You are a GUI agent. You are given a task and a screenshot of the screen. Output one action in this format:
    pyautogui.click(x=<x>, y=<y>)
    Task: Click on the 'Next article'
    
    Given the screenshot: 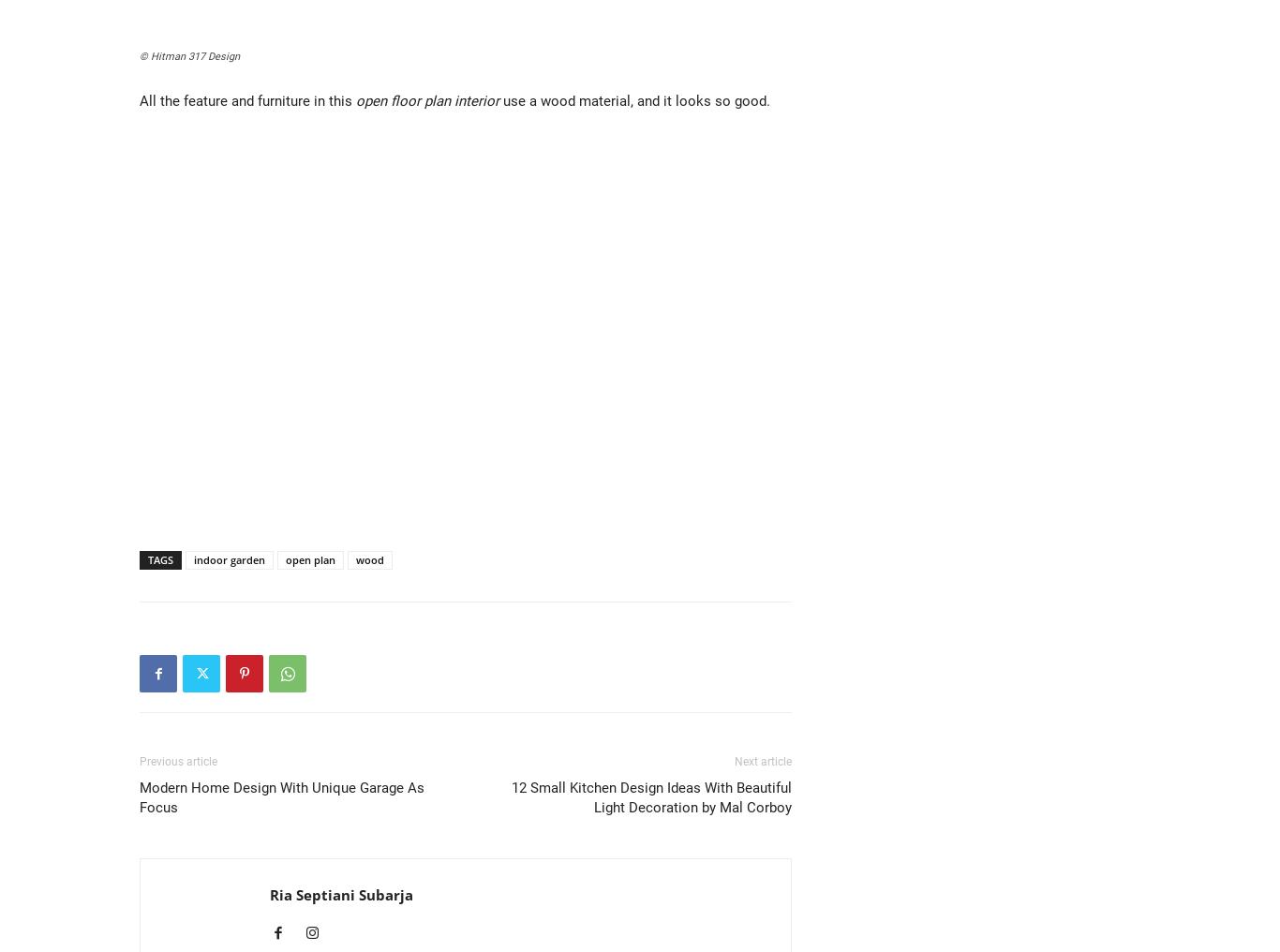 What is the action you would take?
    pyautogui.click(x=762, y=761)
    